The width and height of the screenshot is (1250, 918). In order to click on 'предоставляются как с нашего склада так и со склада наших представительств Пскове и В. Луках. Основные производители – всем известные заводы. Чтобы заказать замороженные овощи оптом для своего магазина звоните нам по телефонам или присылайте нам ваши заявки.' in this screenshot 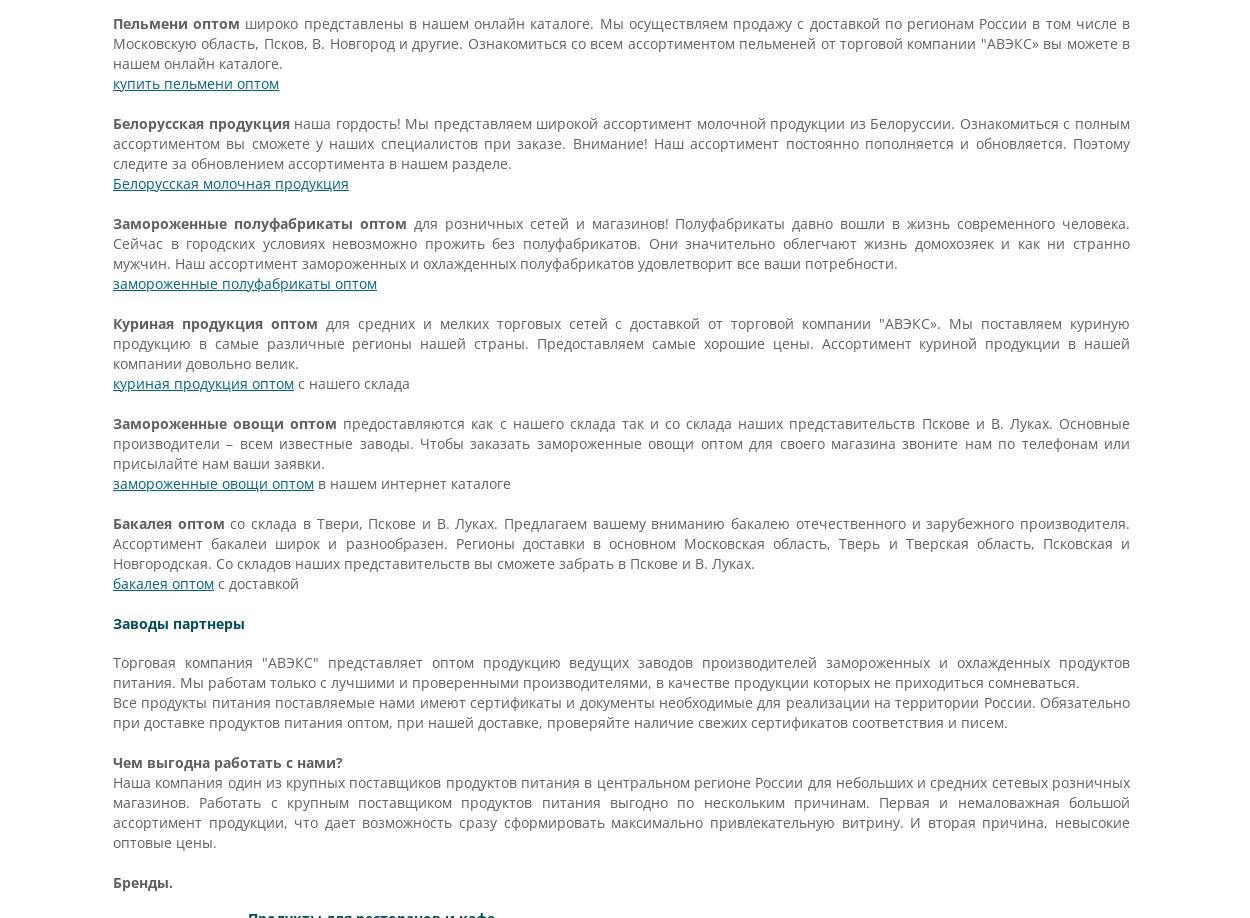, I will do `click(111, 442)`.